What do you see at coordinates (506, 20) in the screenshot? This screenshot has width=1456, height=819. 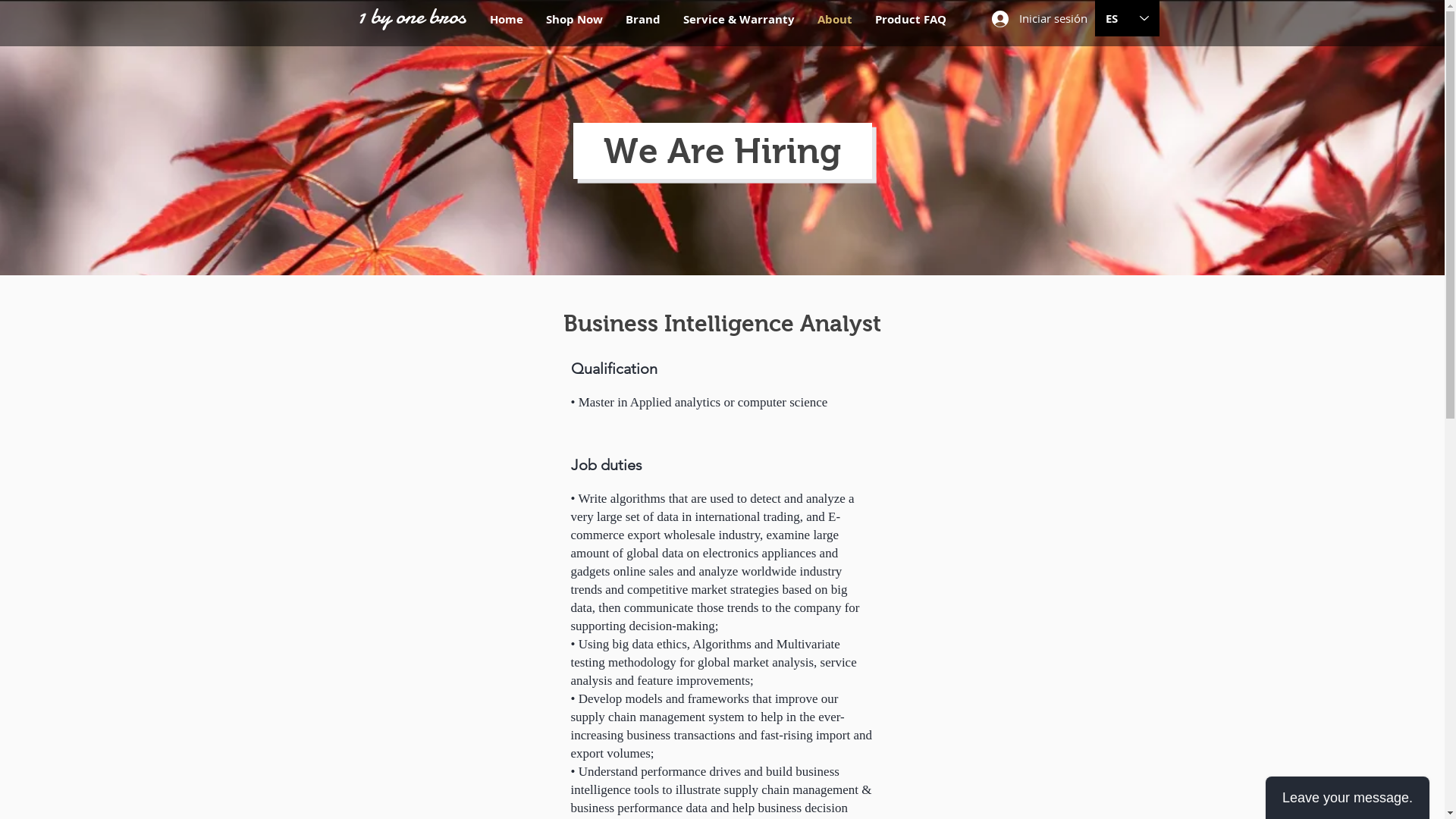 I see `'Home'` at bounding box center [506, 20].